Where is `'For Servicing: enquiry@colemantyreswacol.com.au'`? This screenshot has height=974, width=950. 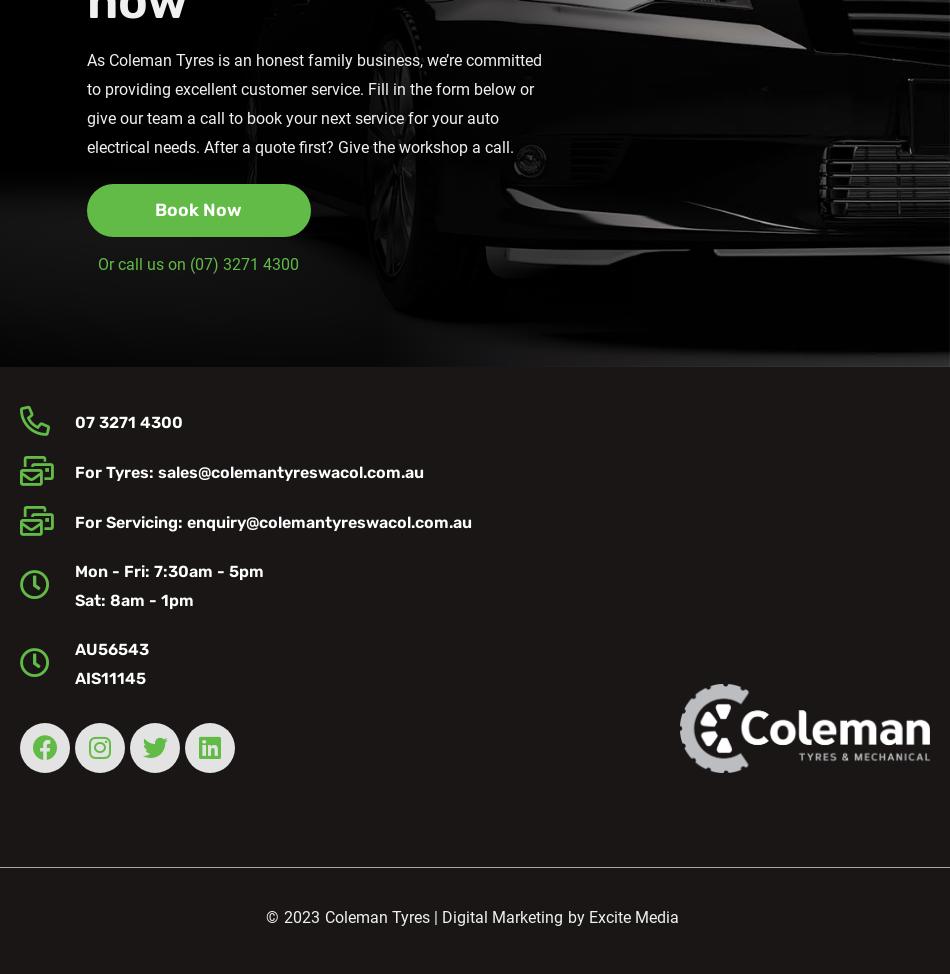
'For Servicing: enquiry@colemantyreswacol.com.au' is located at coordinates (271, 521).